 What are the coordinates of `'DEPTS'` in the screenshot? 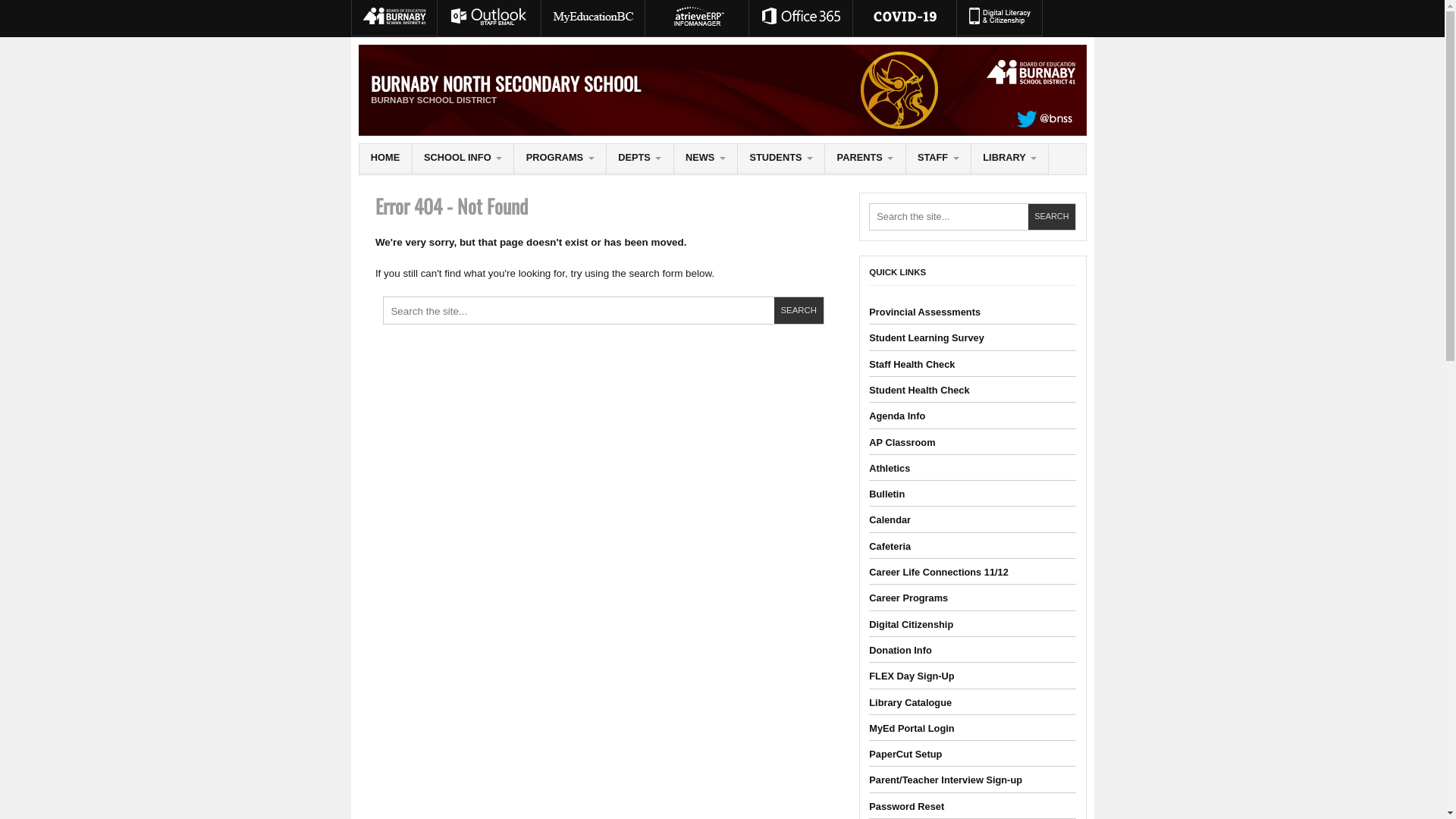 It's located at (607, 158).